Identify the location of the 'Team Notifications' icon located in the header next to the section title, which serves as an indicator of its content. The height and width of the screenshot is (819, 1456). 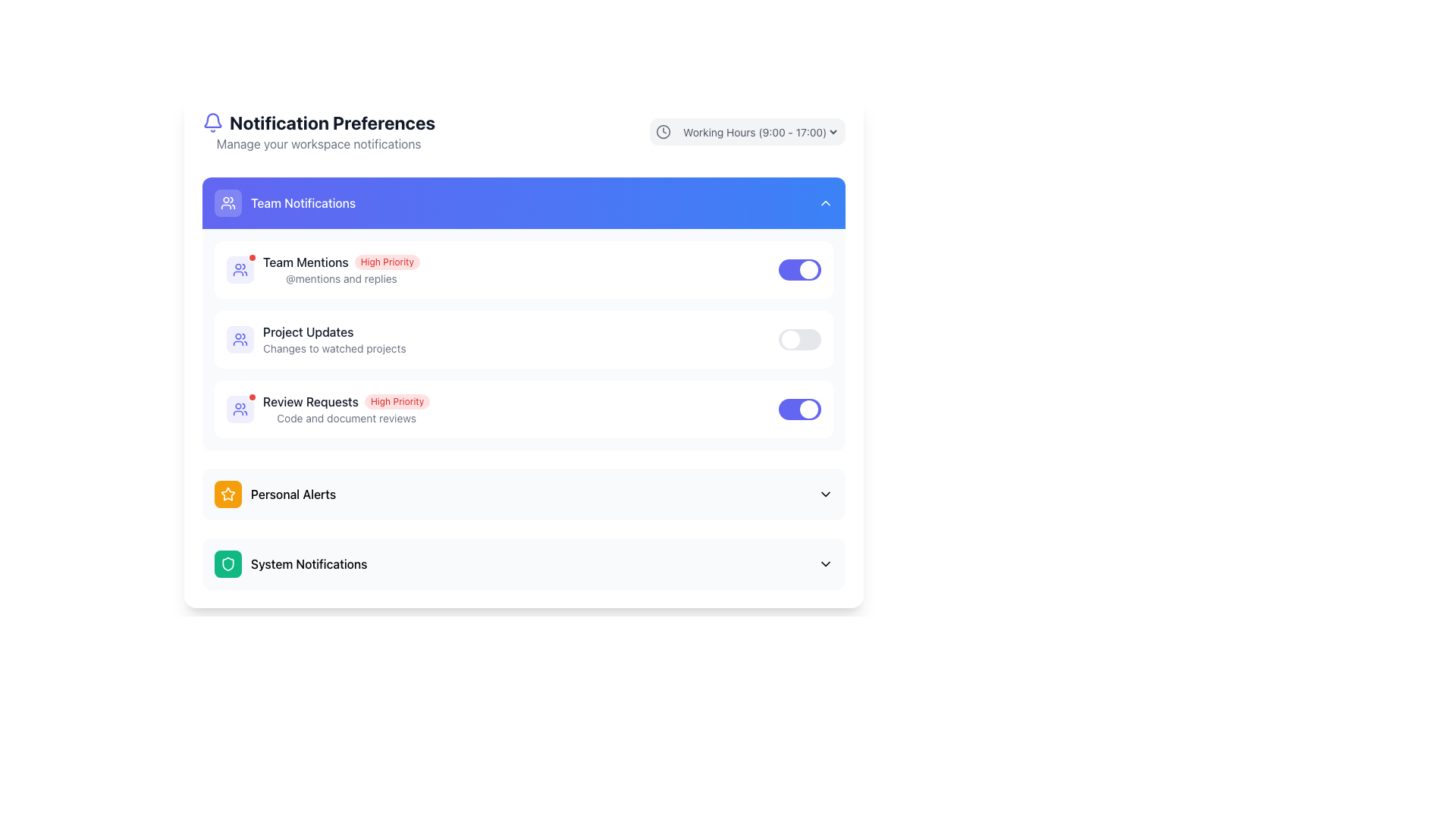
(239, 338).